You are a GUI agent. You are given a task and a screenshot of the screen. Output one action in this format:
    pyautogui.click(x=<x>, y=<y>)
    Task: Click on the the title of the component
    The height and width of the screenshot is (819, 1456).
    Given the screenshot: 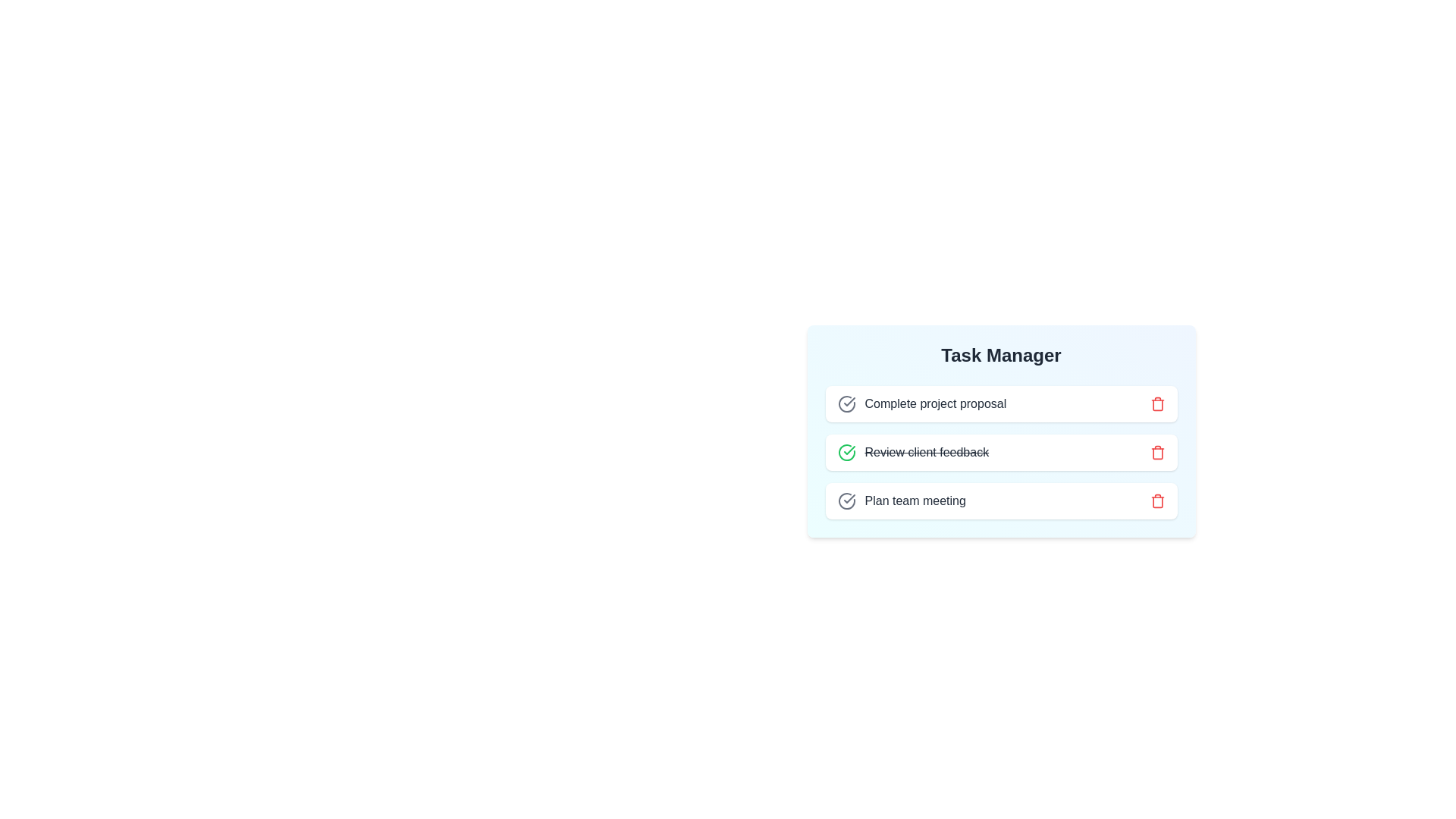 What is the action you would take?
    pyautogui.click(x=1001, y=356)
    